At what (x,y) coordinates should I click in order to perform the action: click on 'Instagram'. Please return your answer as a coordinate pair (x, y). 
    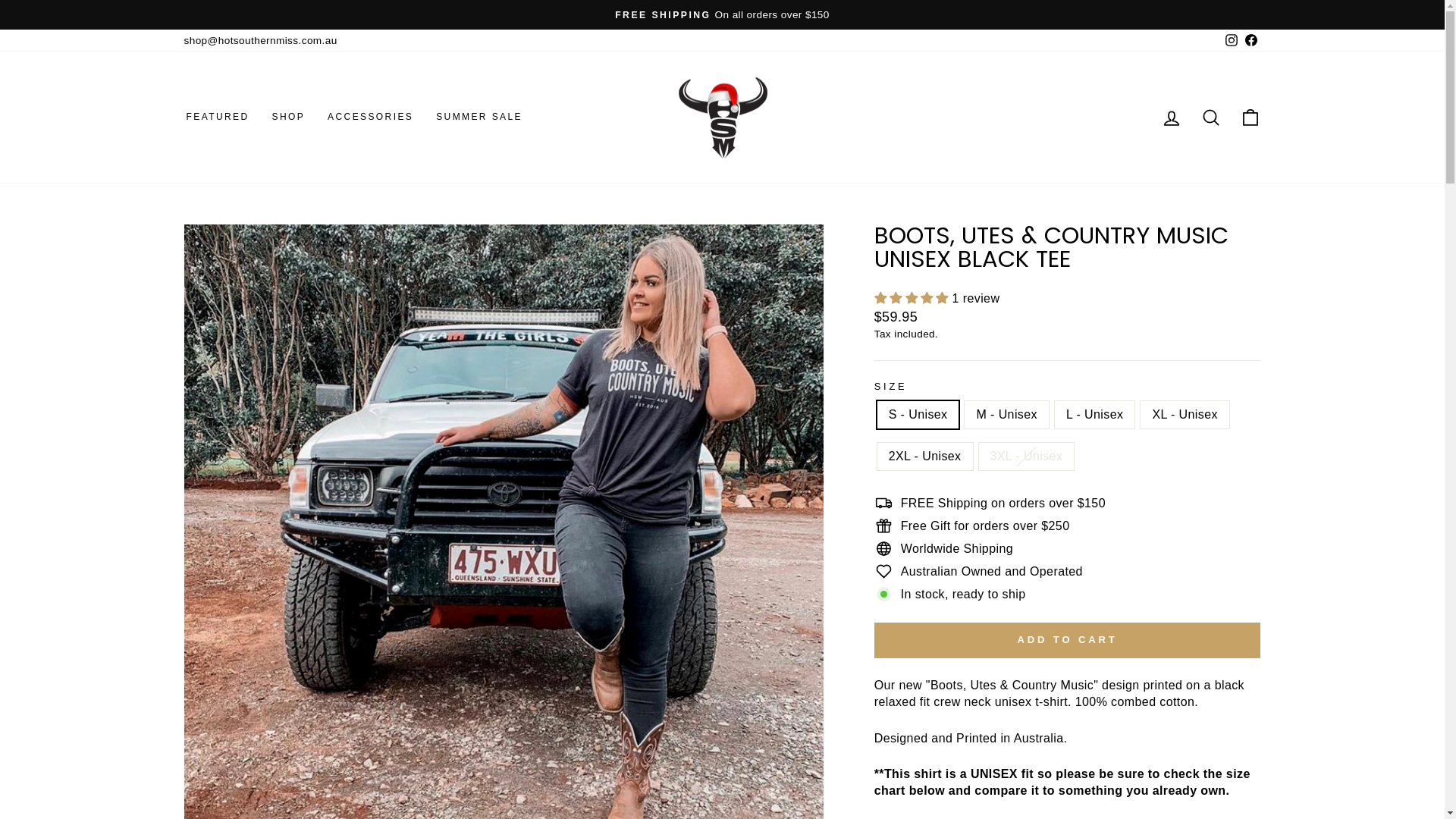
    Looking at the image, I should click on (1230, 39).